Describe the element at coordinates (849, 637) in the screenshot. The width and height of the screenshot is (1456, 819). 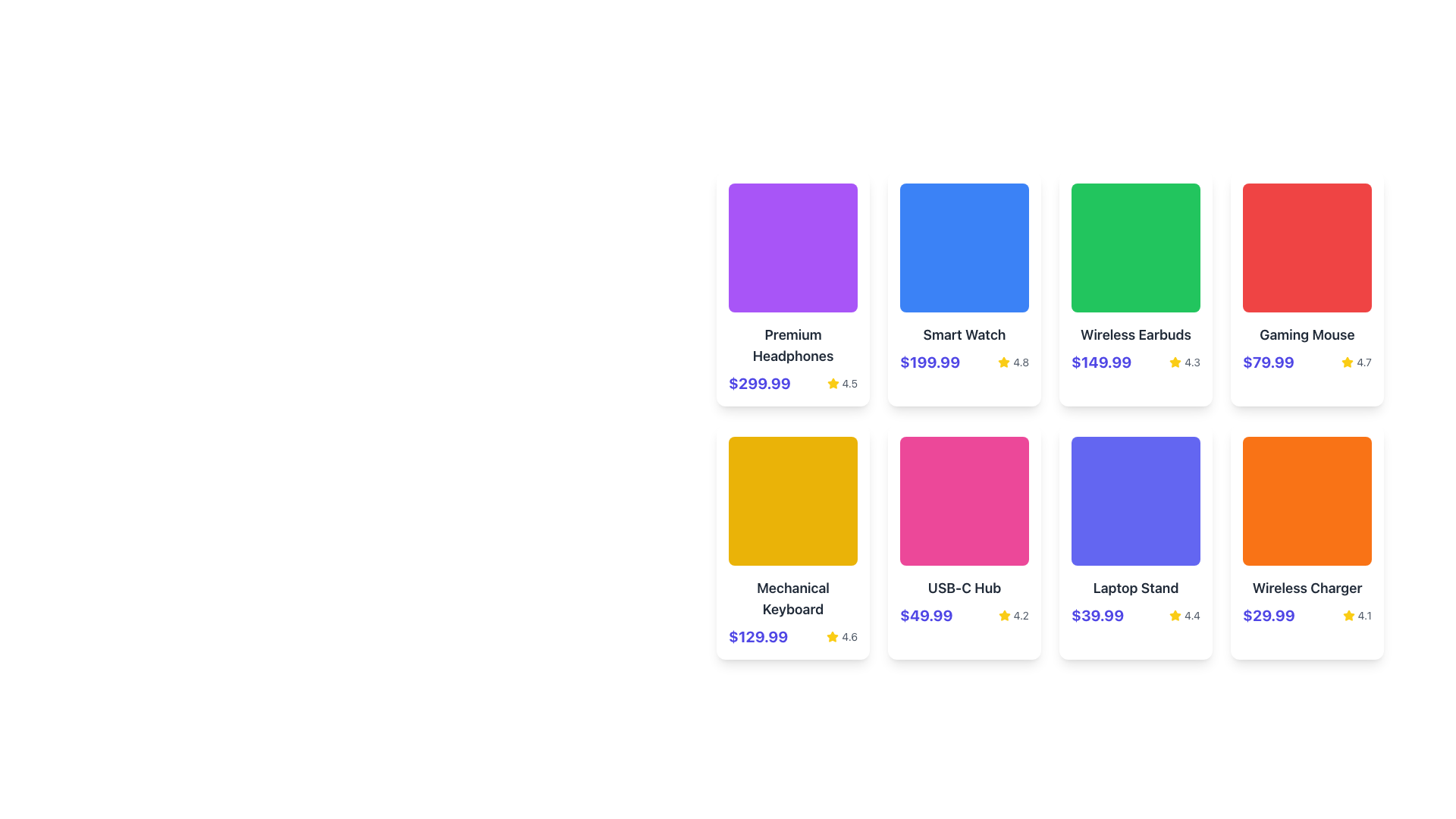
I see `text label indicating the rating value associated with the product 'Mechanical Keyboard', which is located in the bottom-right corner of the card and is part of a group with a yellow star icon` at that location.